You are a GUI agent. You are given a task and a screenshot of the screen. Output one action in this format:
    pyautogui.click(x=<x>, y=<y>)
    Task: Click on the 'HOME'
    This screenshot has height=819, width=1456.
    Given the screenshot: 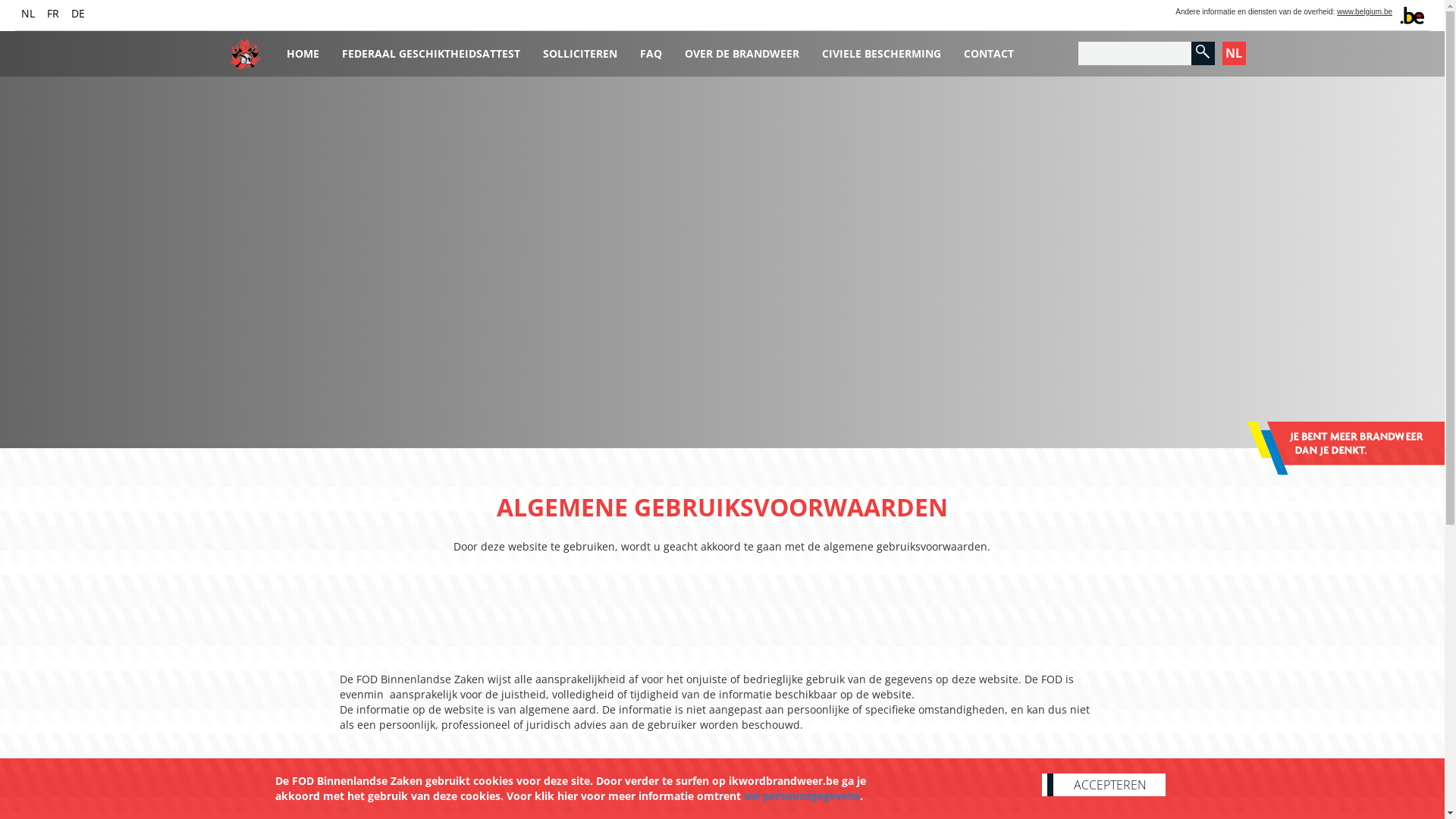 What is the action you would take?
    pyautogui.click(x=302, y=48)
    